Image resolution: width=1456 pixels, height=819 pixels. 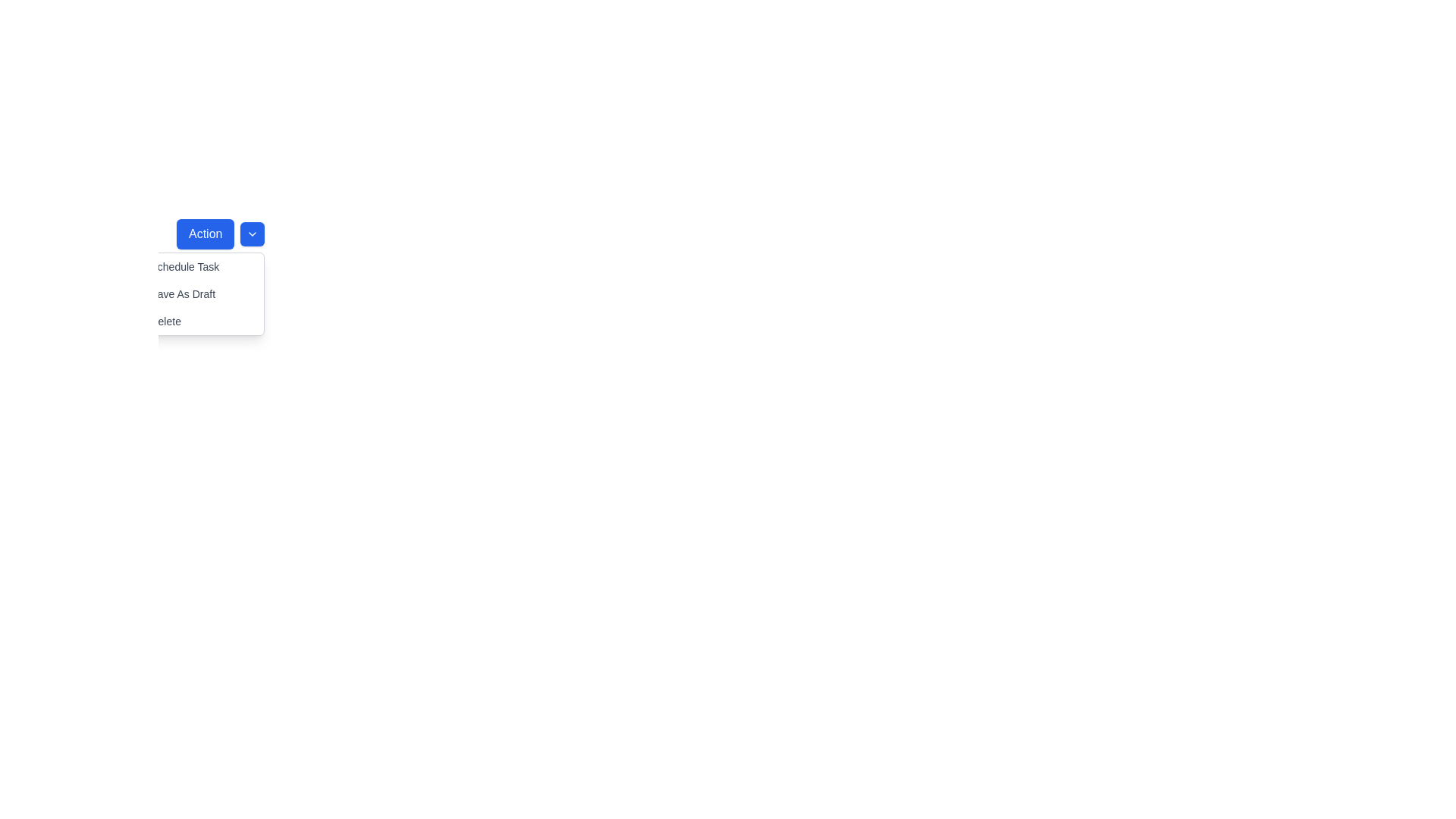 What do you see at coordinates (191, 294) in the screenshot?
I see `the second option 'Save As Draft' from the dropdown menu that is styled with dark gray text on a white background` at bounding box center [191, 294].